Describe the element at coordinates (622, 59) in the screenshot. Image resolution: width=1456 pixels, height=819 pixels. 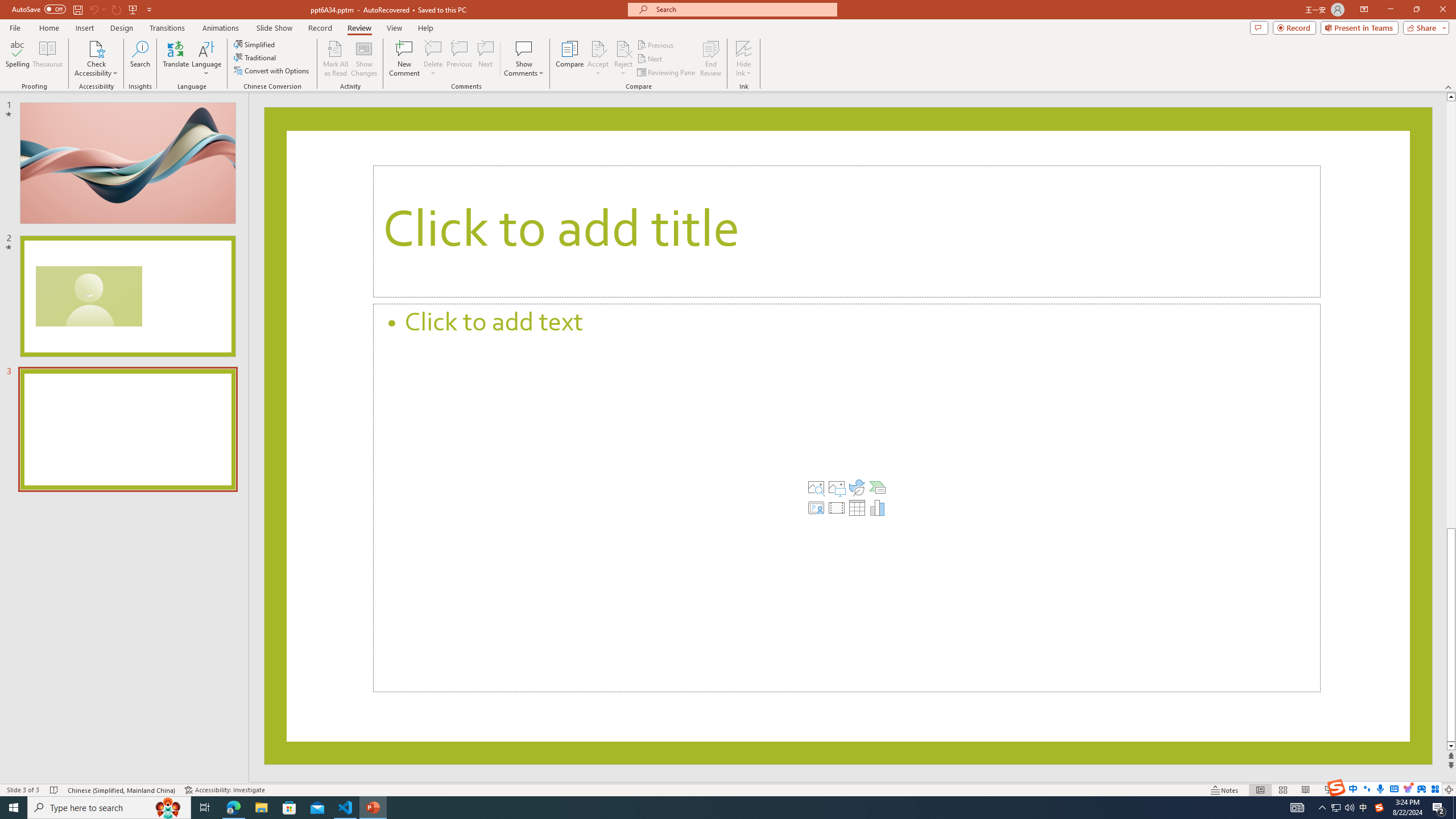
I see `'Reject'` at that location.